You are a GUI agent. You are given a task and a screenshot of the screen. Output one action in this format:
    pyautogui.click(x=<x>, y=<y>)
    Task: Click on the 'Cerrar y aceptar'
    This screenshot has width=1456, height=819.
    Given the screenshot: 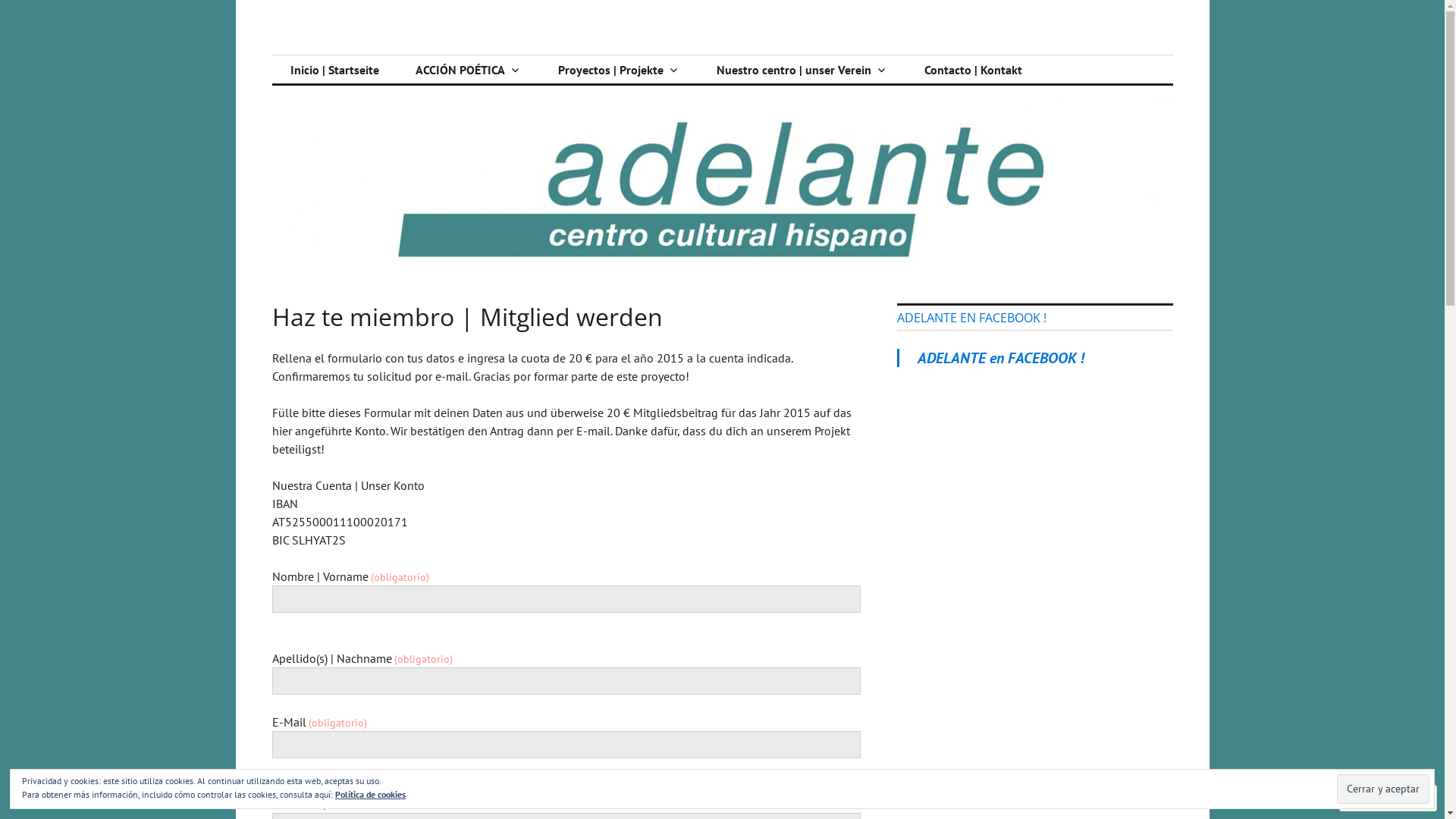 What is the action you would take?
    pyautogui.click(x=1383, y=788)
    